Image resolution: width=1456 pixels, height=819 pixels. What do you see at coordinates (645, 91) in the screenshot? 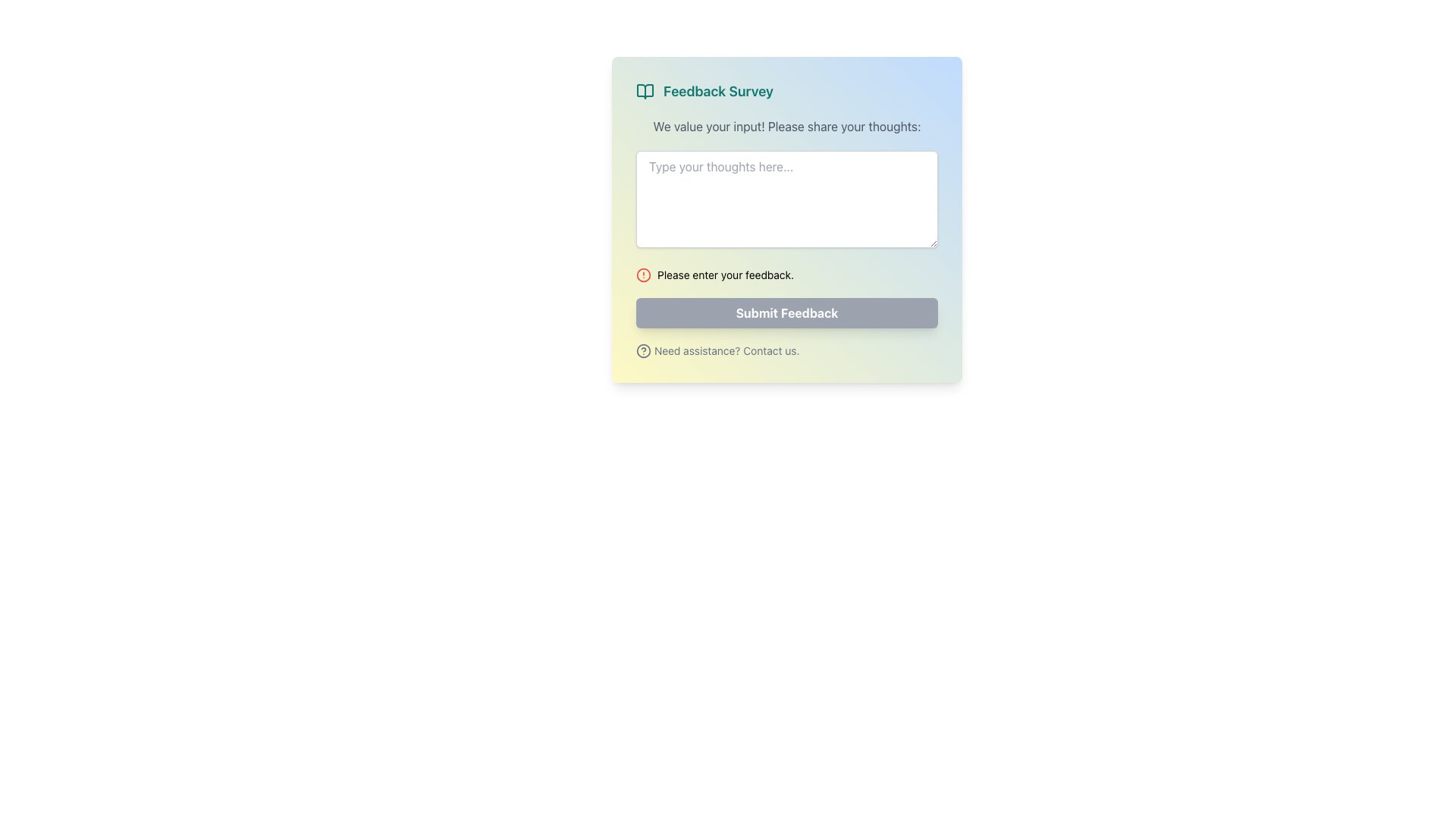
I see `the decorative icon representing the feedback survey, which is positioned to the left of the 'Feedback Survey' header text in the feedback widget` at bounding box center [645, 91].